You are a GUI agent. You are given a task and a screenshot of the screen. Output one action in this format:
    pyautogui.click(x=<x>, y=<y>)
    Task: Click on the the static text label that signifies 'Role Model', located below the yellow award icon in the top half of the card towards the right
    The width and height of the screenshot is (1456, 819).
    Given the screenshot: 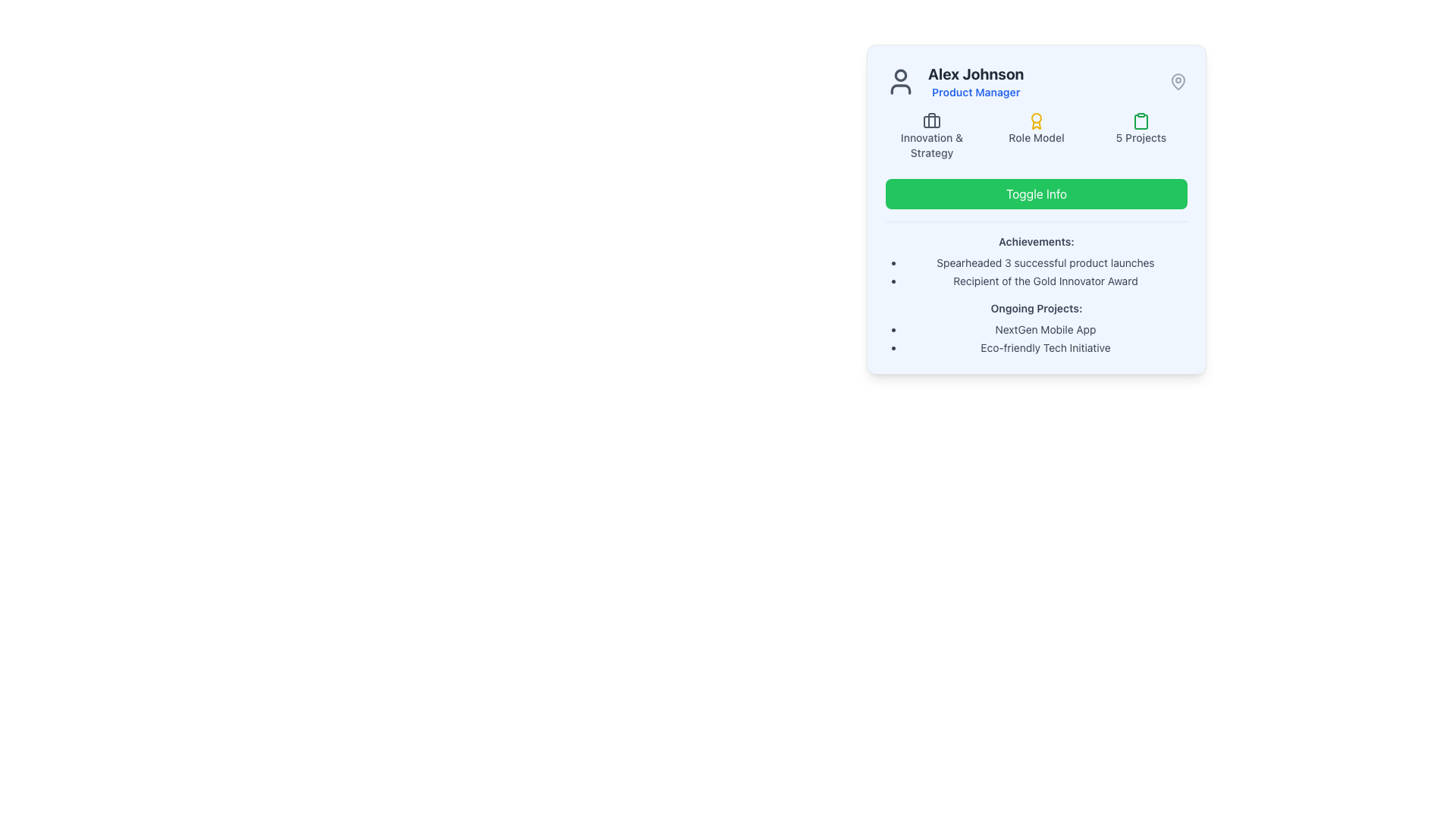 What is the action you would take?
    pyautogui.click(x=1036, y=137)
    